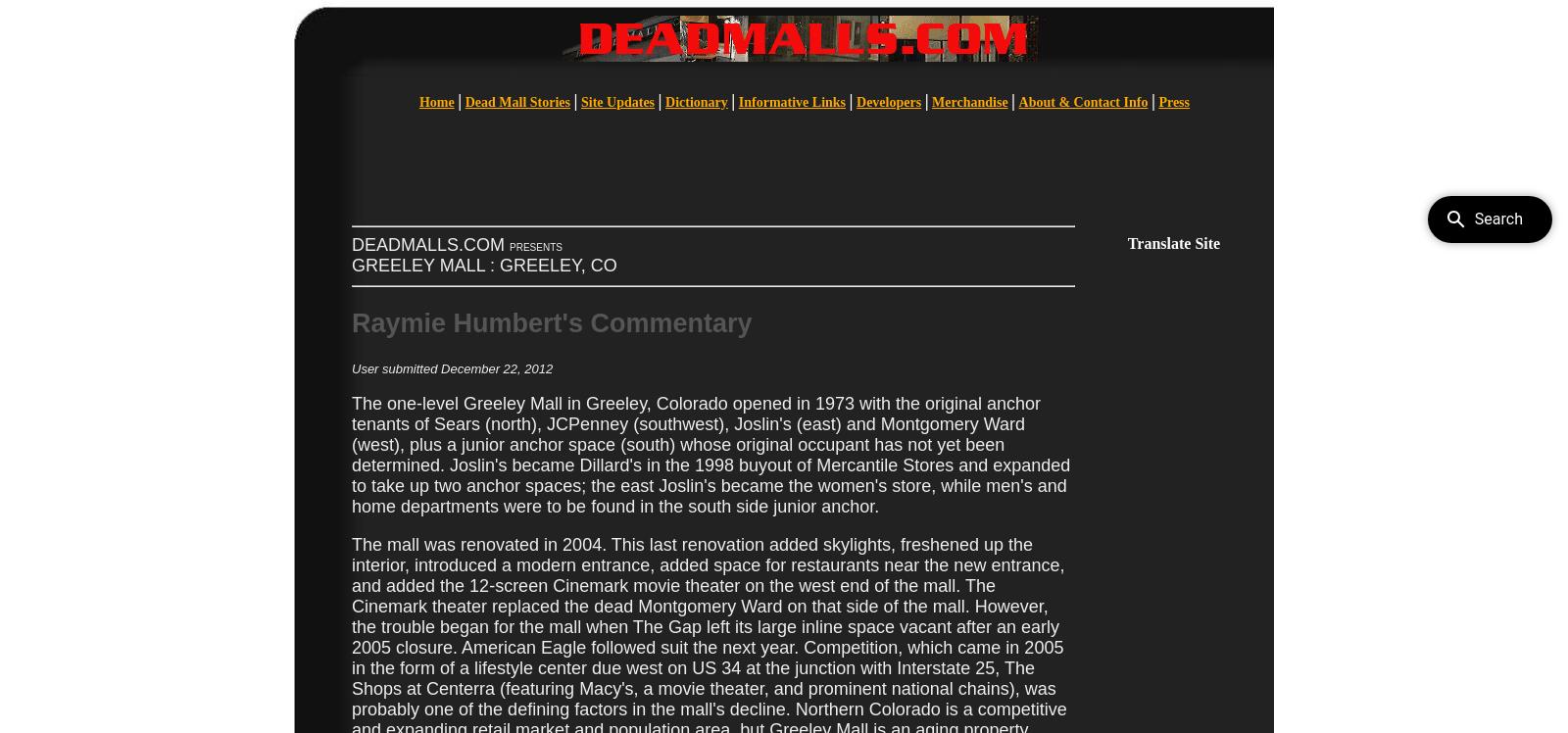  I want to click on 'Translate Site', so click(1173, 242).